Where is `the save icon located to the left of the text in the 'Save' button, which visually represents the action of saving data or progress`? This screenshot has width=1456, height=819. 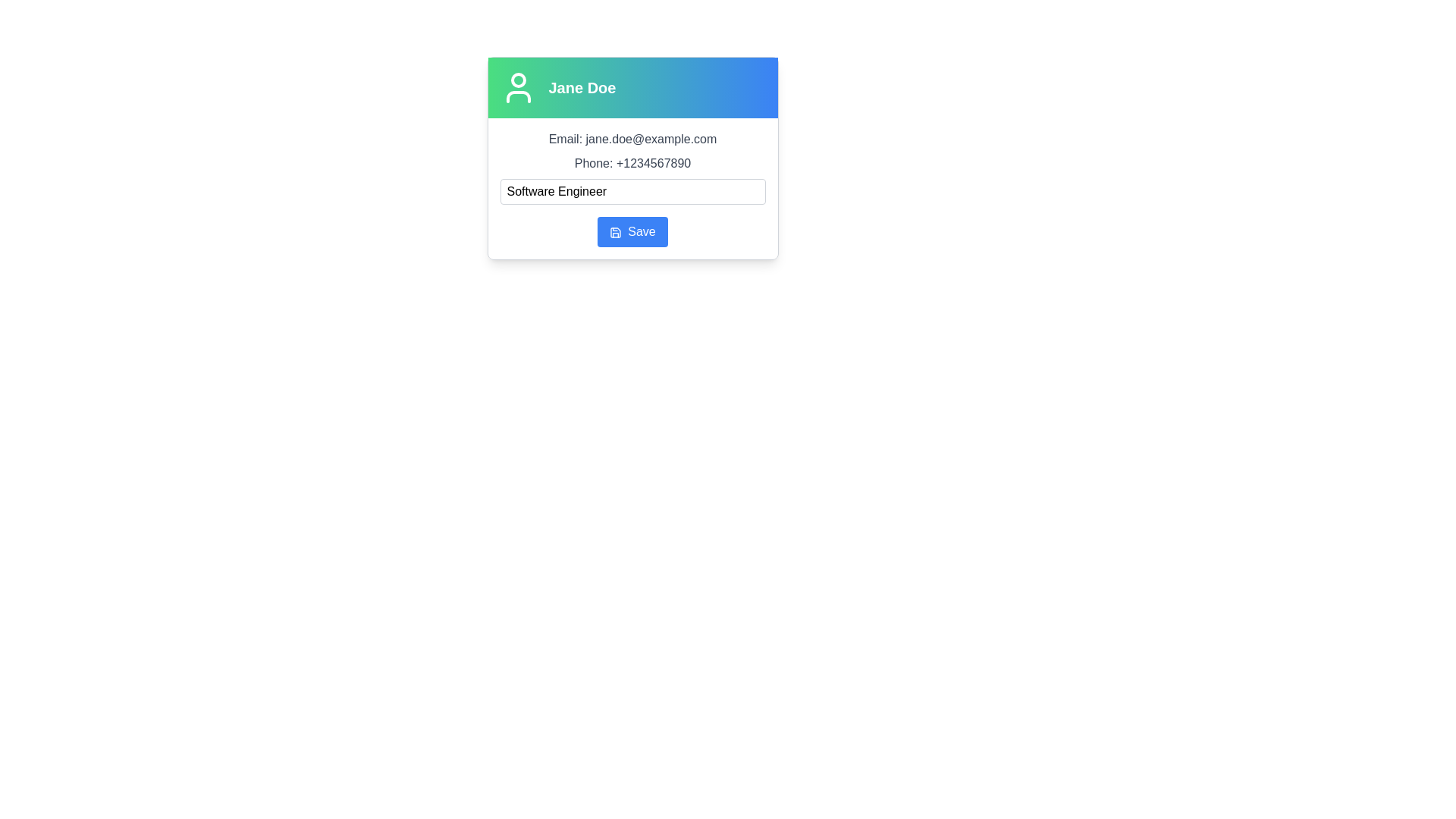
the save icon located to the left of the text in the 'Save' button, which visually represents the action of saving data or progress is located at coordinates (616, 232).